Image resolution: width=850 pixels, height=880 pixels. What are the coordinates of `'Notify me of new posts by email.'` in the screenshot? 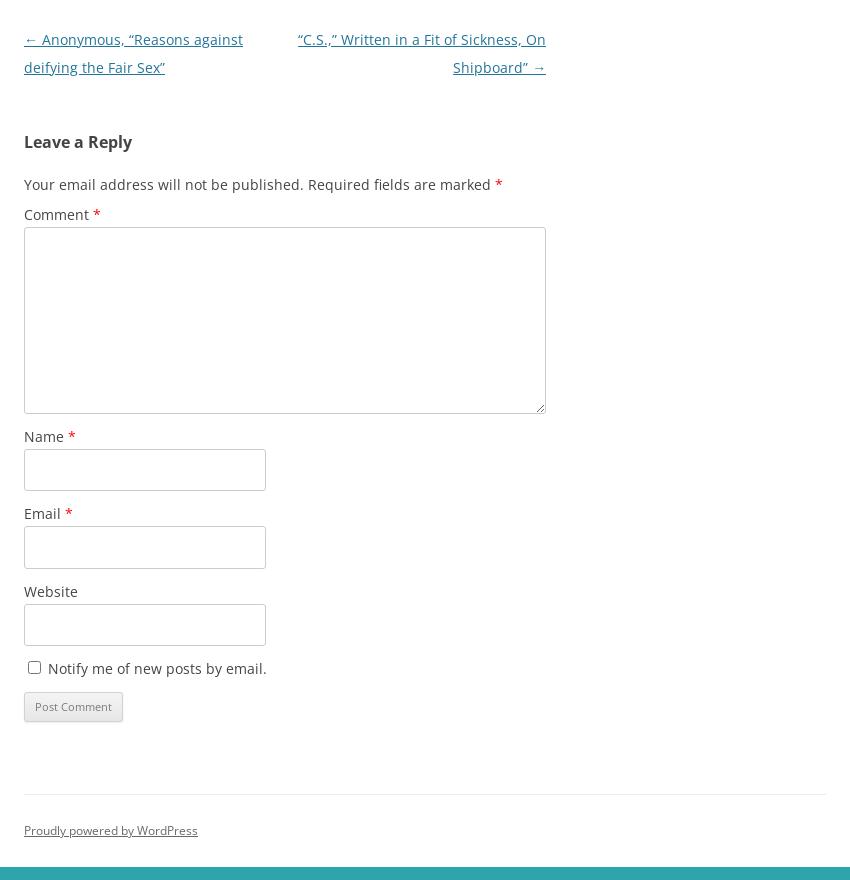 It's located at (157, 667).